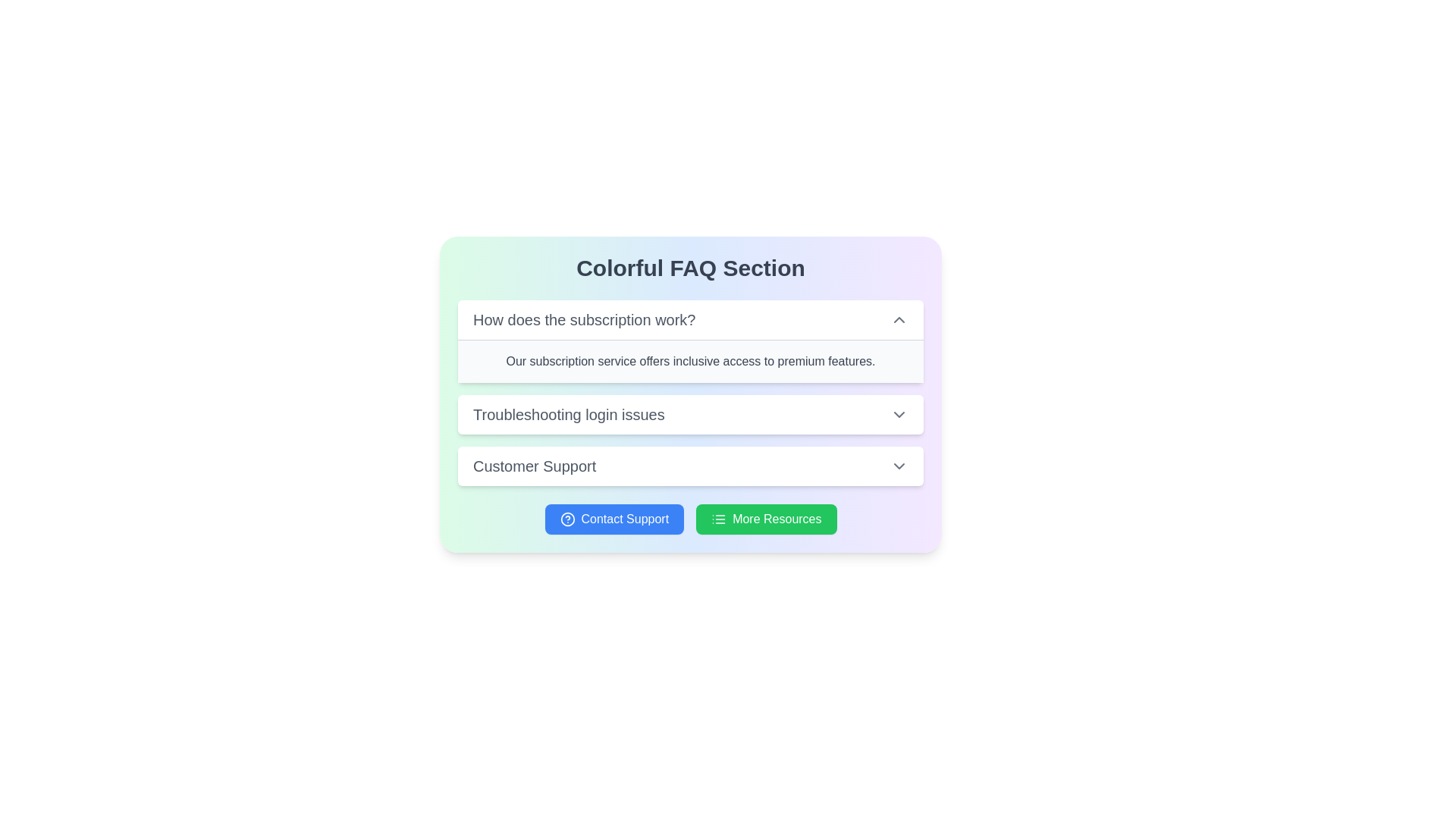  Describe the element at coordinates (690, 394) in the screenshot. I see `the Expandable panel located in the Colorful FAQ Section, which has a gradient background from green to purple and is positioned centrally below the title` at that location.